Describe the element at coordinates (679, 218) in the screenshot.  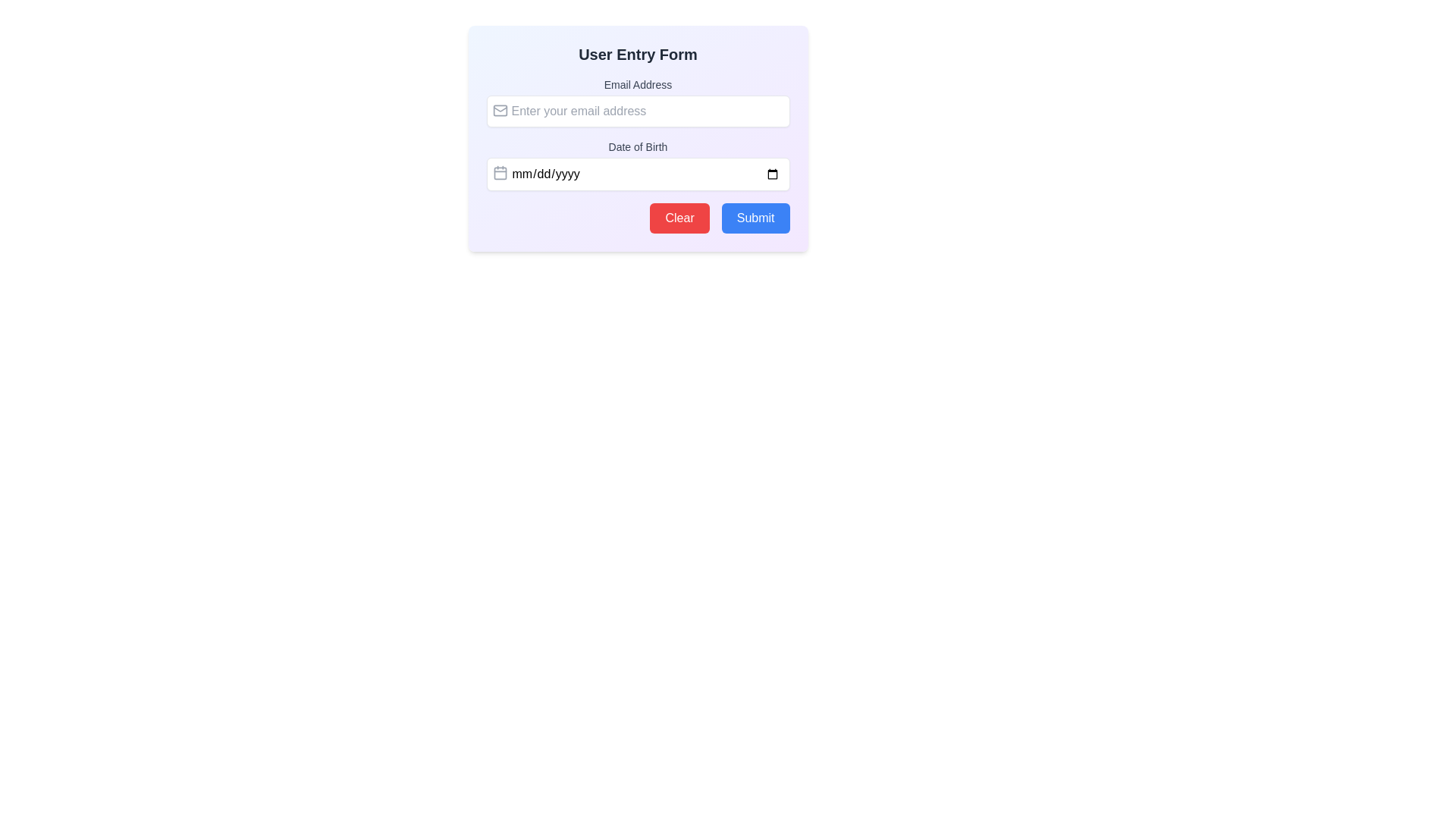
I see `the reset button, which is the first button in the form located to the left of the 'Submit' button` at that location.